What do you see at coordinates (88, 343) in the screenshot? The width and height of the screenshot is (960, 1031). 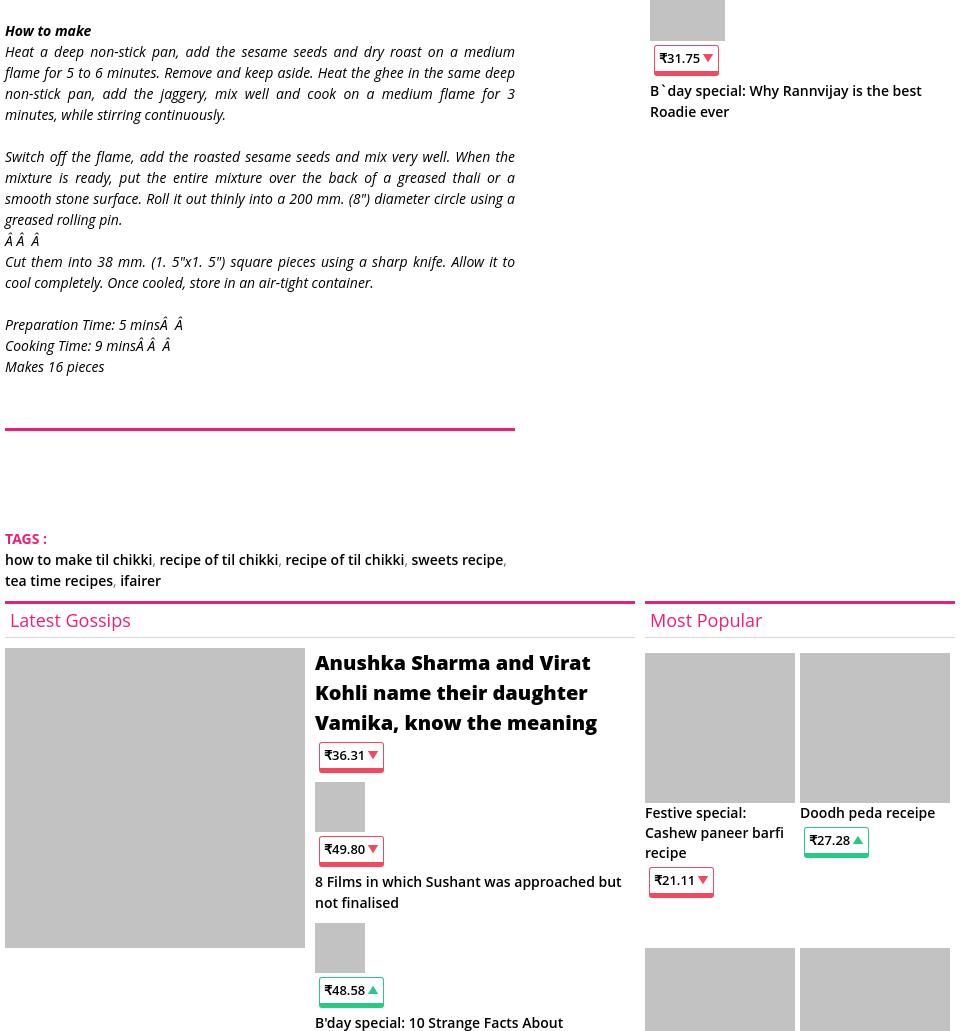 I see `'Cooking Time: 9 minsÂ Â  Â'` at bounding box center [88, 343].